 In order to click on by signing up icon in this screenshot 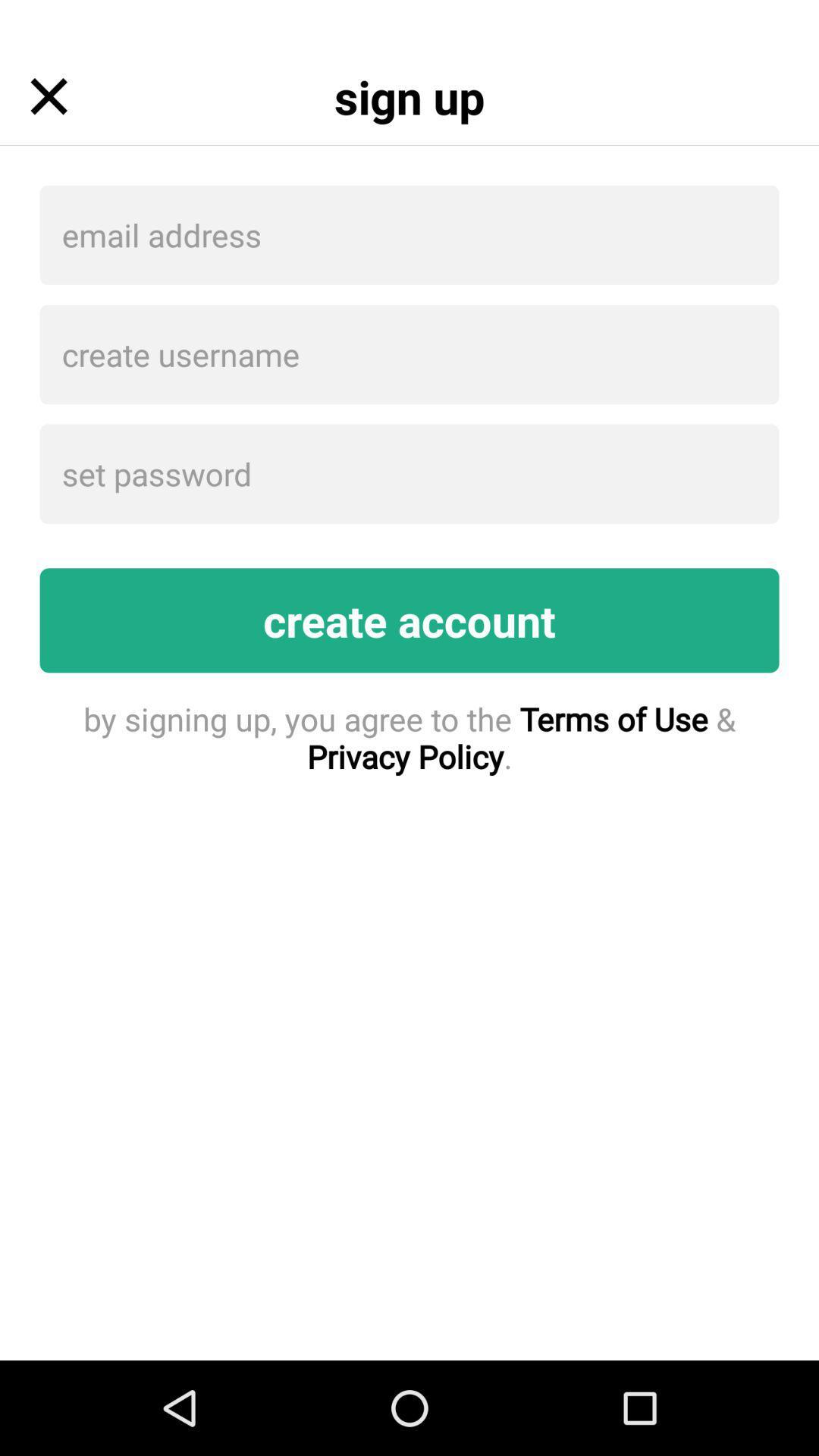, I will do `click(409, 737)`.